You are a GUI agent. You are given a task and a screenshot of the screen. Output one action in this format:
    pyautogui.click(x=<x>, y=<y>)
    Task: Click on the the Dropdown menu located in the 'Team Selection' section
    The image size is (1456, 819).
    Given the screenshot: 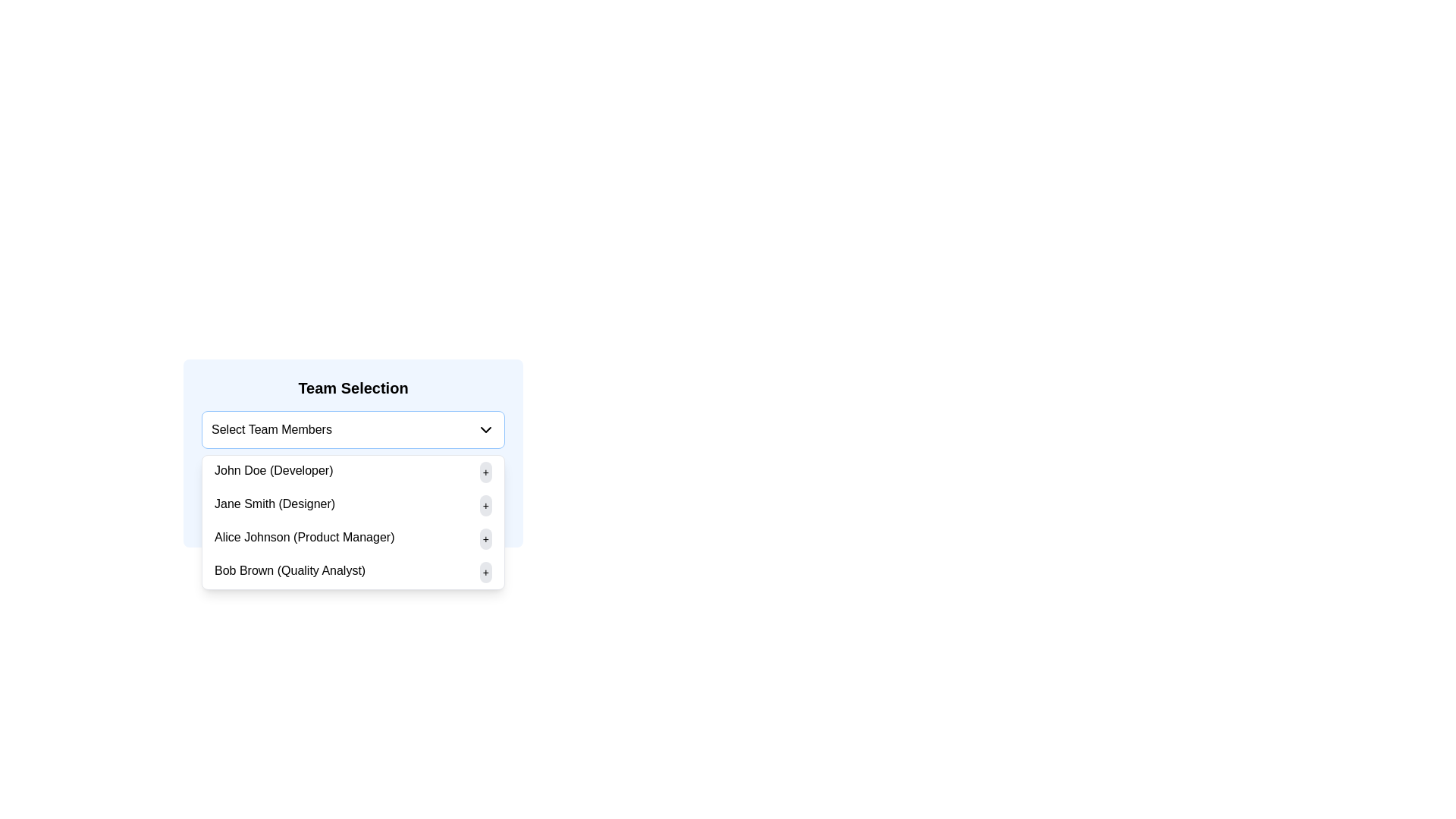 What is the action you would take?
    pyautogui.click(x=352, y=430)
    